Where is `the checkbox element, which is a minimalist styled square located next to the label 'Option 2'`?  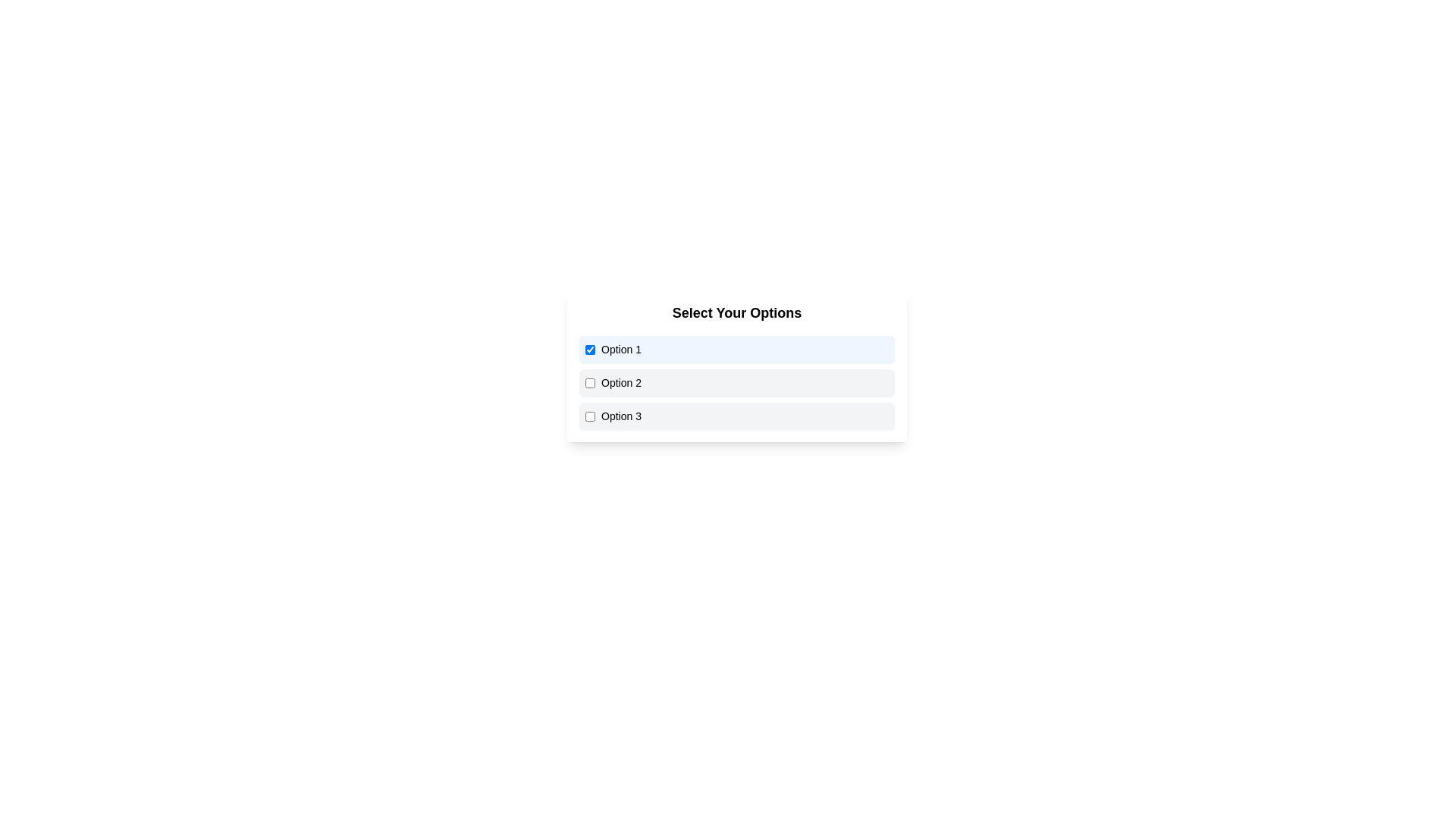 the checkbox element, which is a minimalist styled square located next to the label 'Option 2' is located at coordinates (589, 382).